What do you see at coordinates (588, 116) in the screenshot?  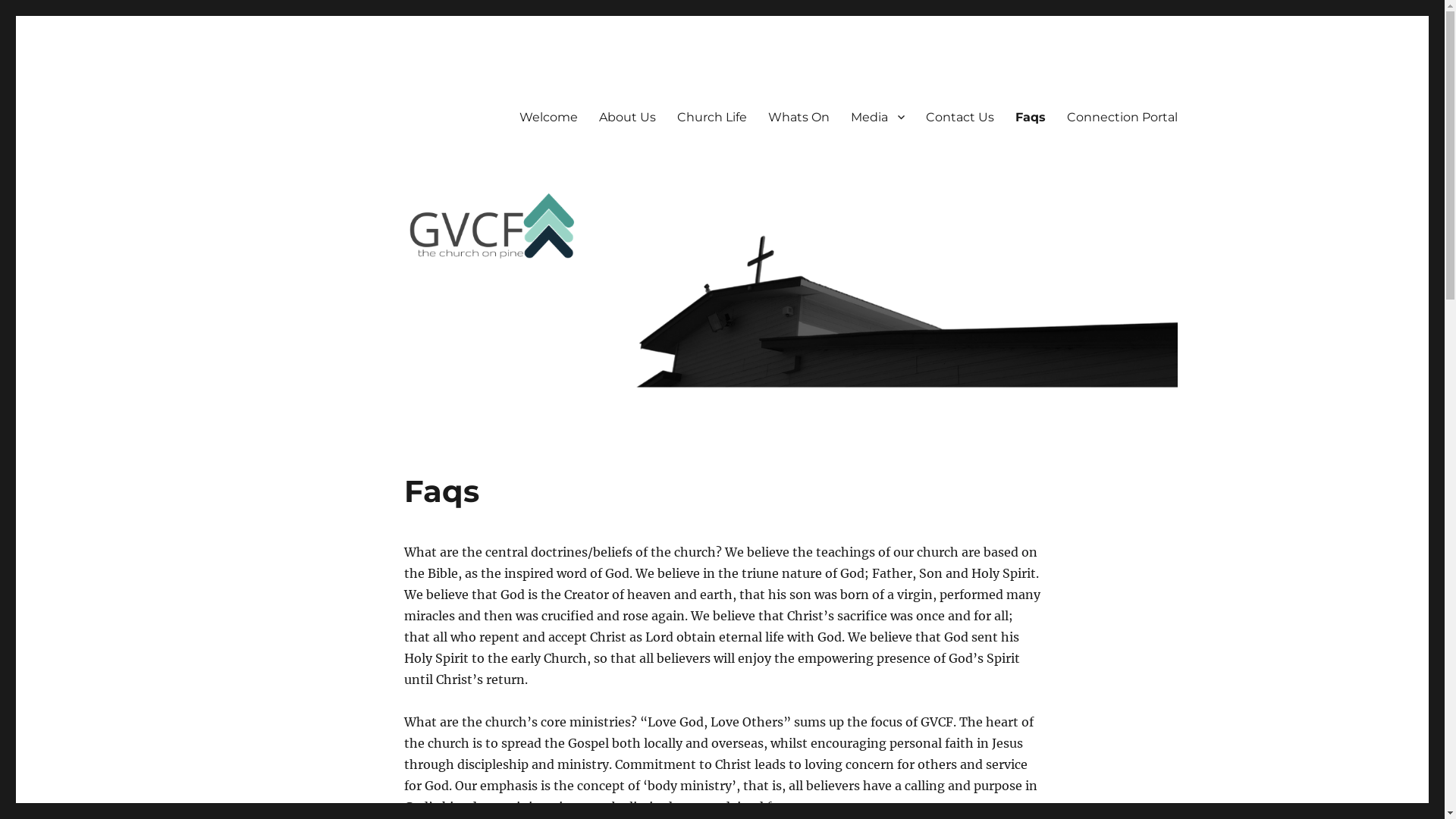 I see `'About Us'` at bounding box center [588, 116].